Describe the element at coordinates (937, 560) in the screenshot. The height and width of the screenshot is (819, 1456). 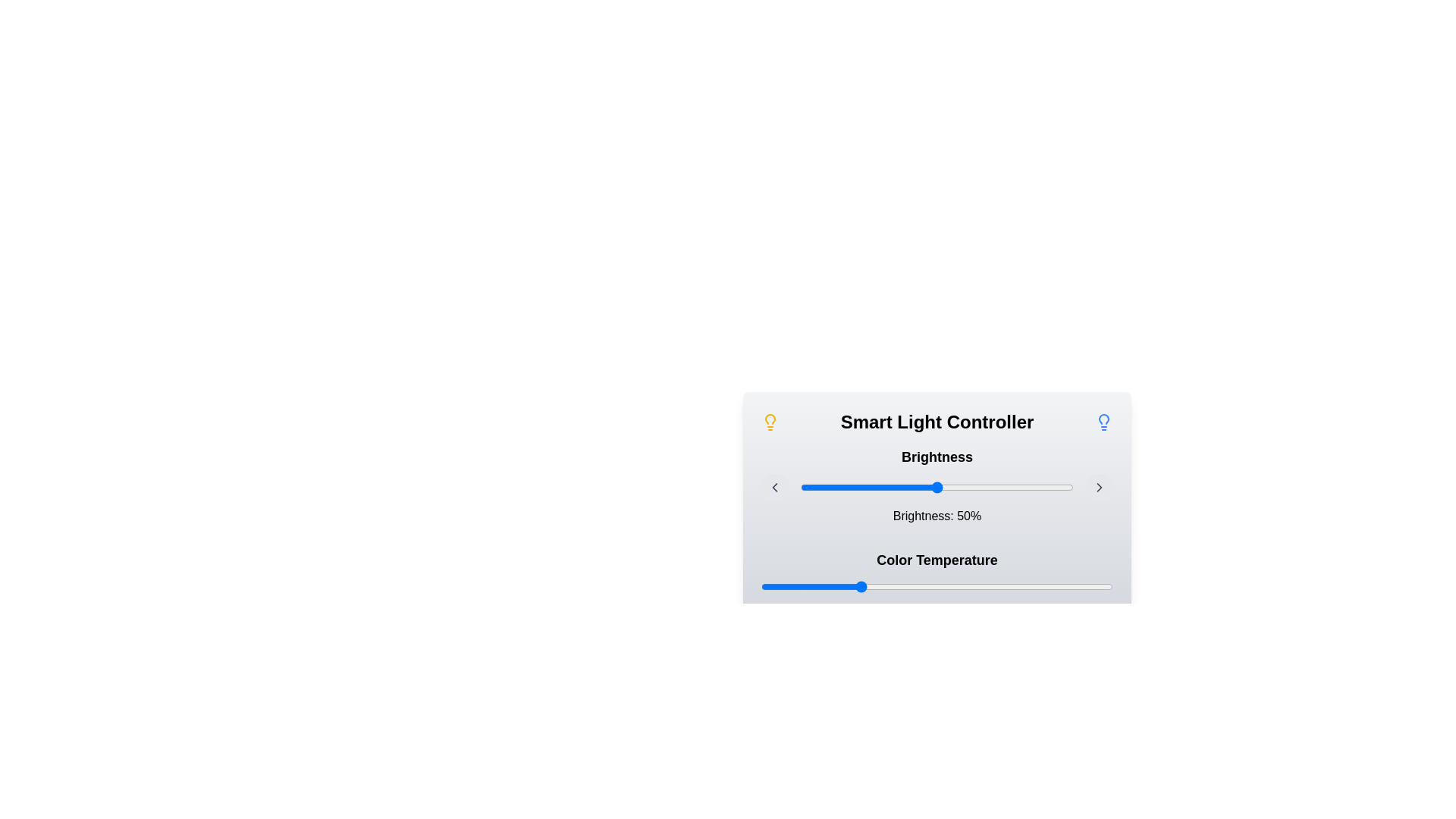
I see `the text label displaying 'Color Temperature' in bold, located in the lower half of the interface panel with a light gray background` at that location.